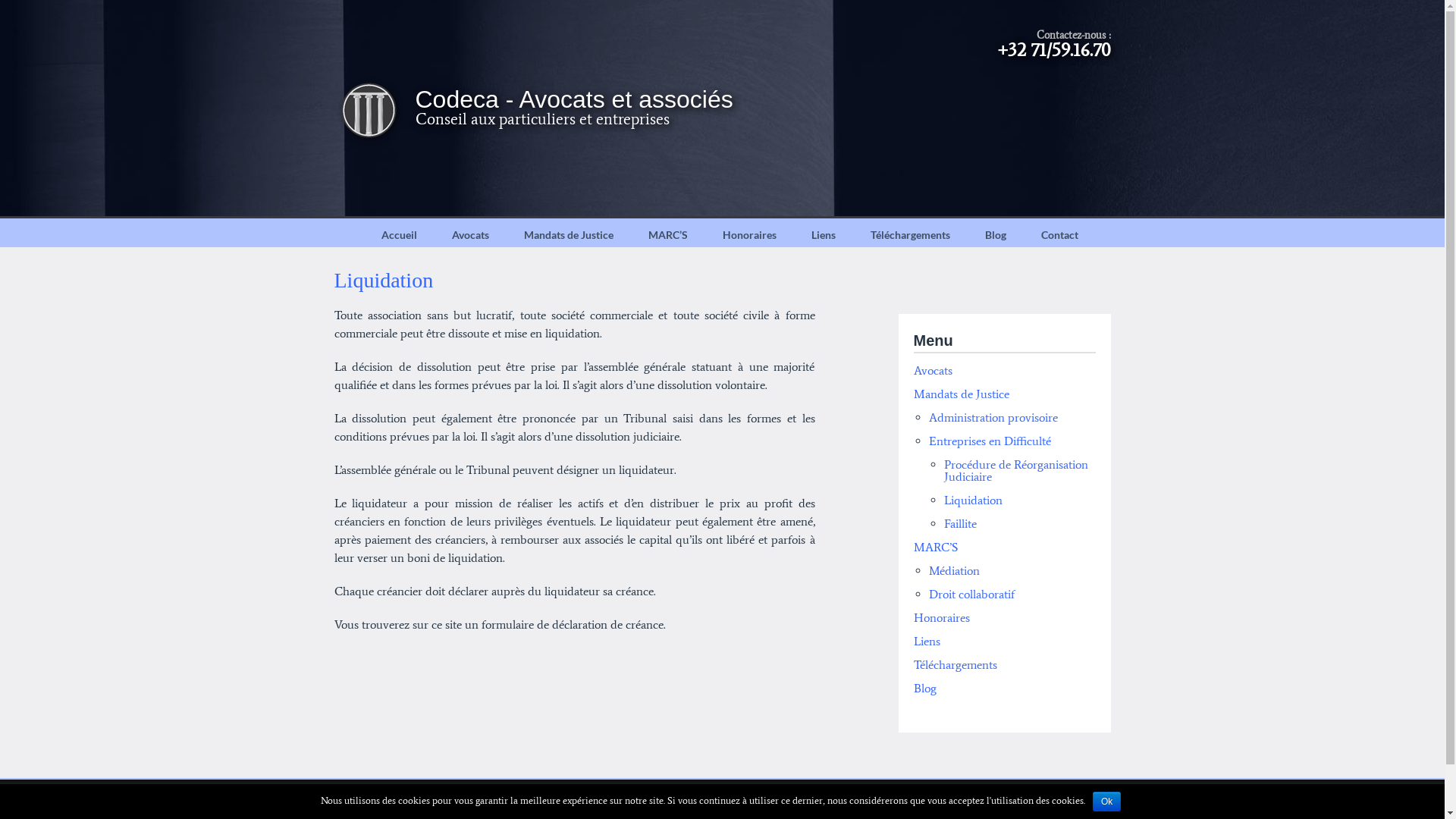  I want to click on 'Liquidation', so click(972, 500).